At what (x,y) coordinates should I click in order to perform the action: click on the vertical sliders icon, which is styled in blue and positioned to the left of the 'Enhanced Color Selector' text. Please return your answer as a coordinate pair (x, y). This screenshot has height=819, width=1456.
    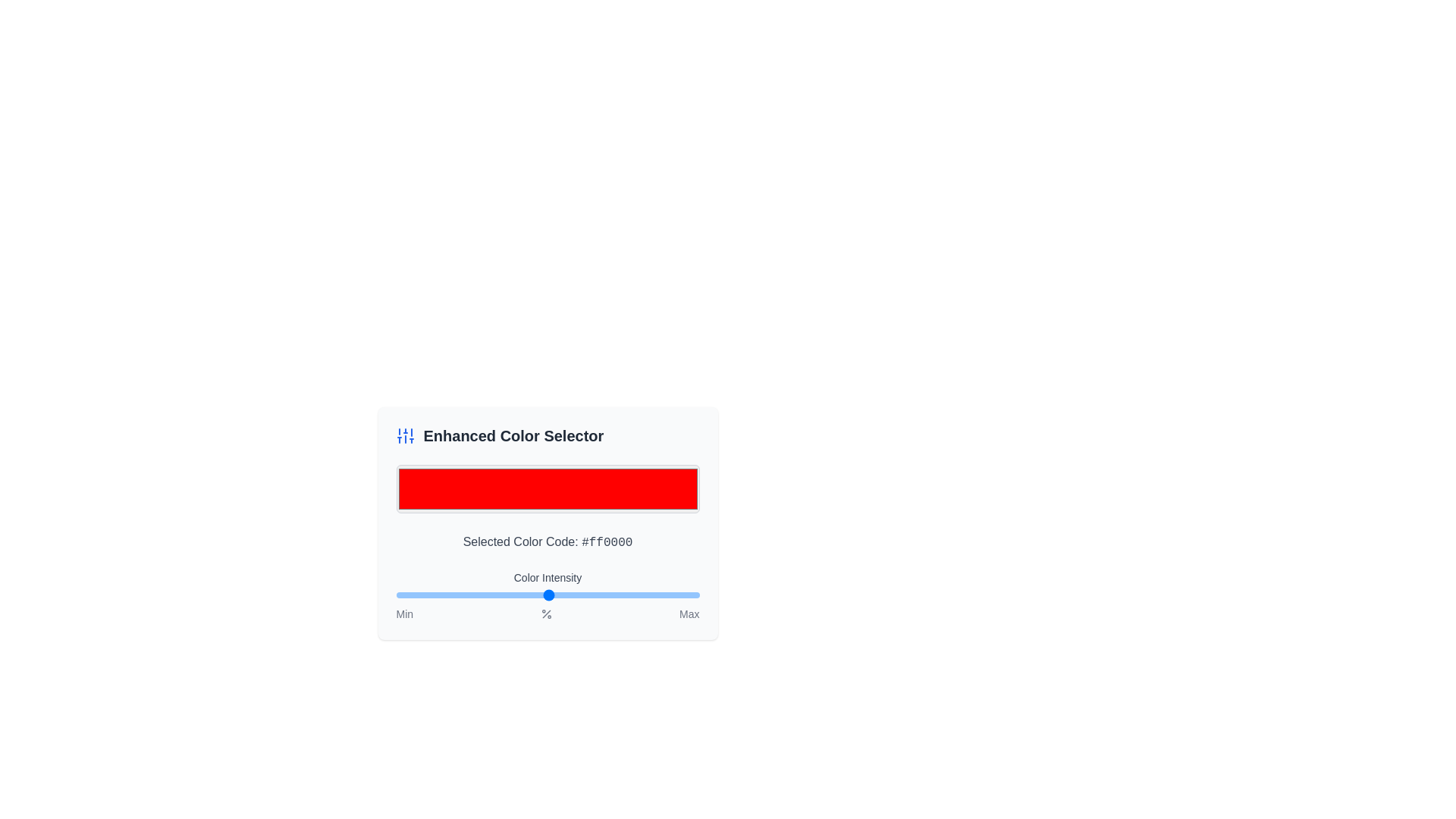
    Looking at the image, I should click on (405, 435).